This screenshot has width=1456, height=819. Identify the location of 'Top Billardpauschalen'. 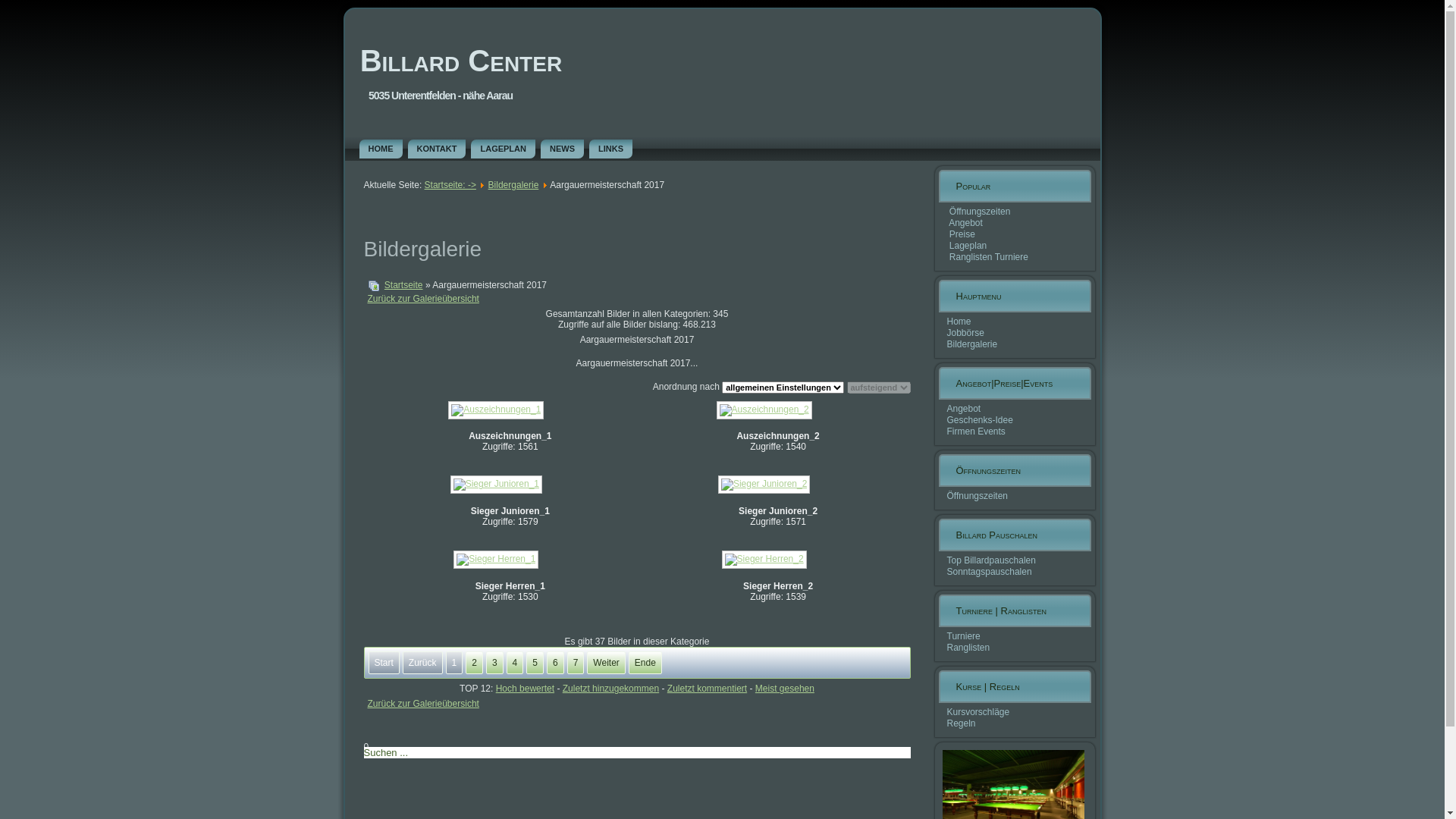
(990, 560).